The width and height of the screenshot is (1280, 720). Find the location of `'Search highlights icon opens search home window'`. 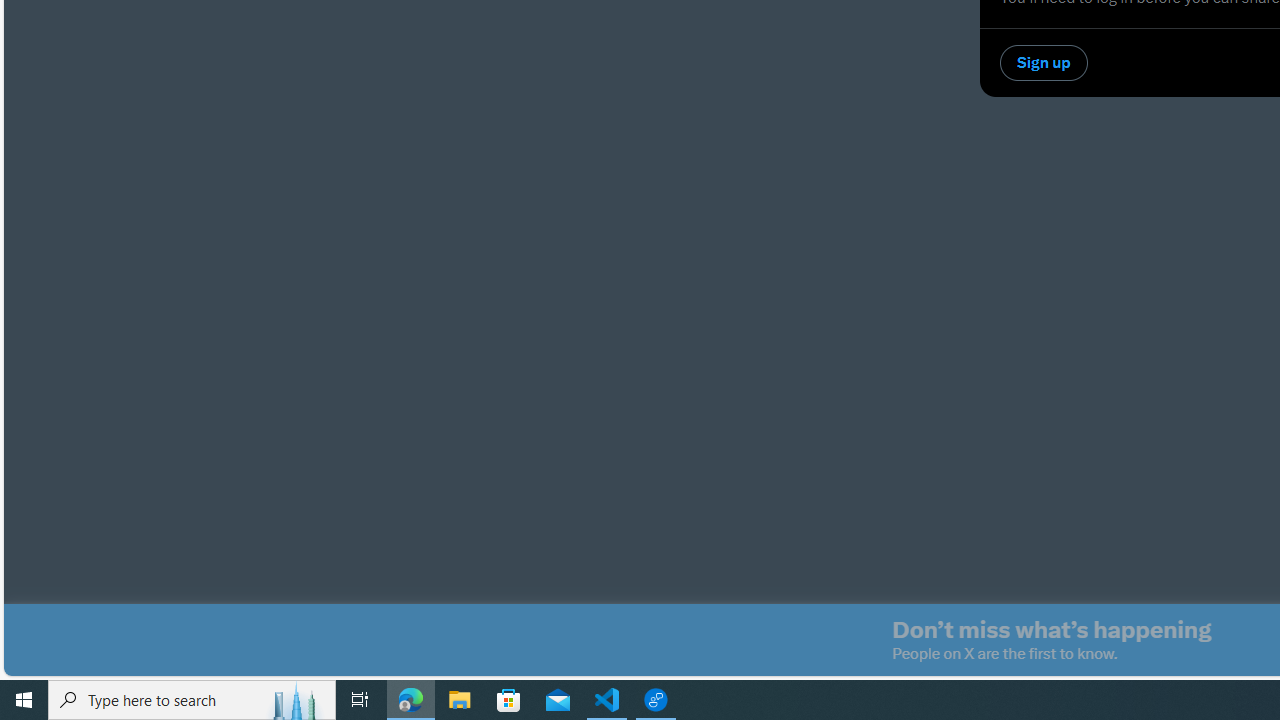

'Search highlights icon opens search home window' is located at coordinates (294, 698).